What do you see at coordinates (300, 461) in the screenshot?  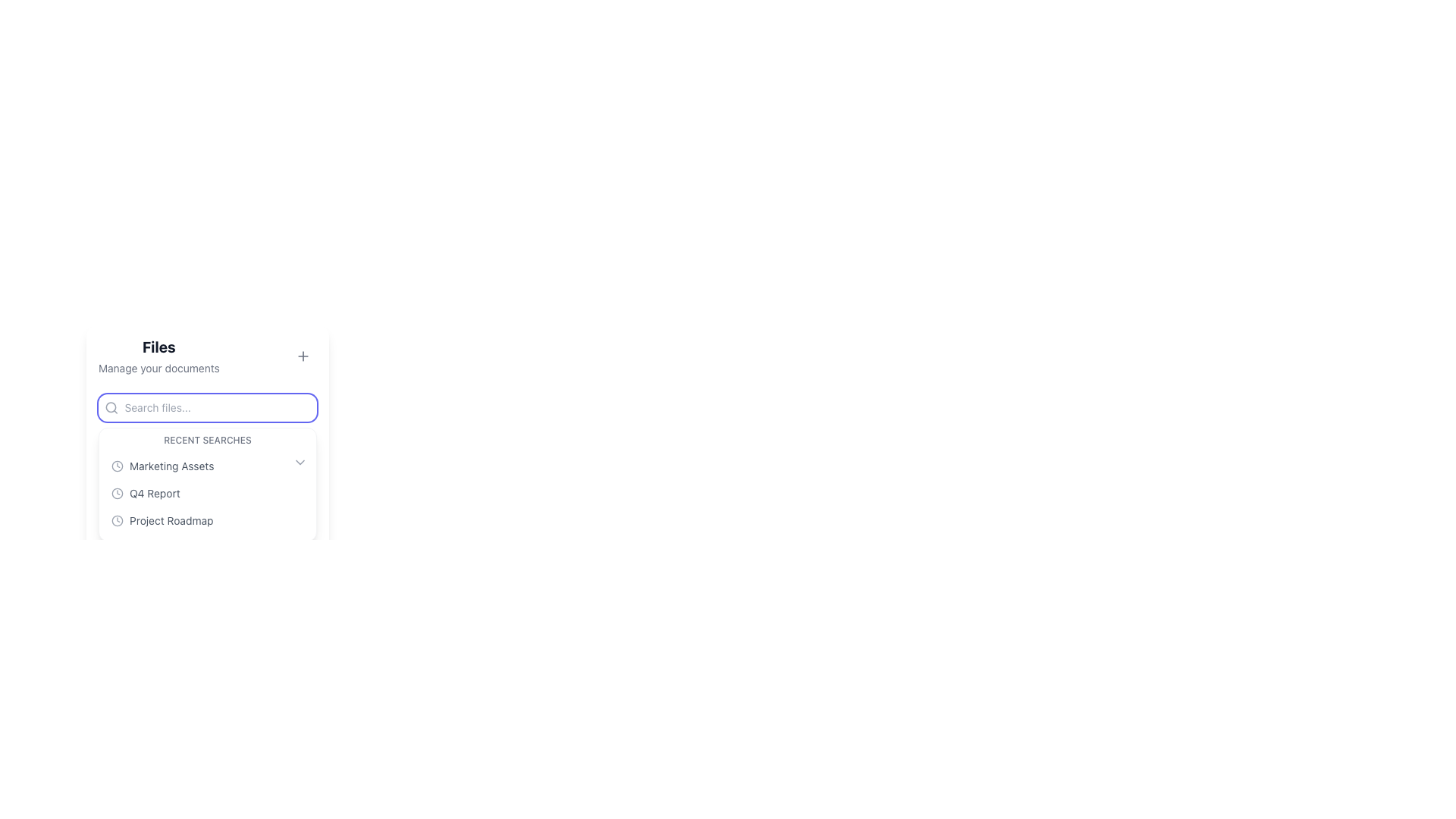 I see `the right-pointing chevron icon located on the far right of the 'Documents' row, adjacent to the text '43 items'` at bounding box center [300, 461].